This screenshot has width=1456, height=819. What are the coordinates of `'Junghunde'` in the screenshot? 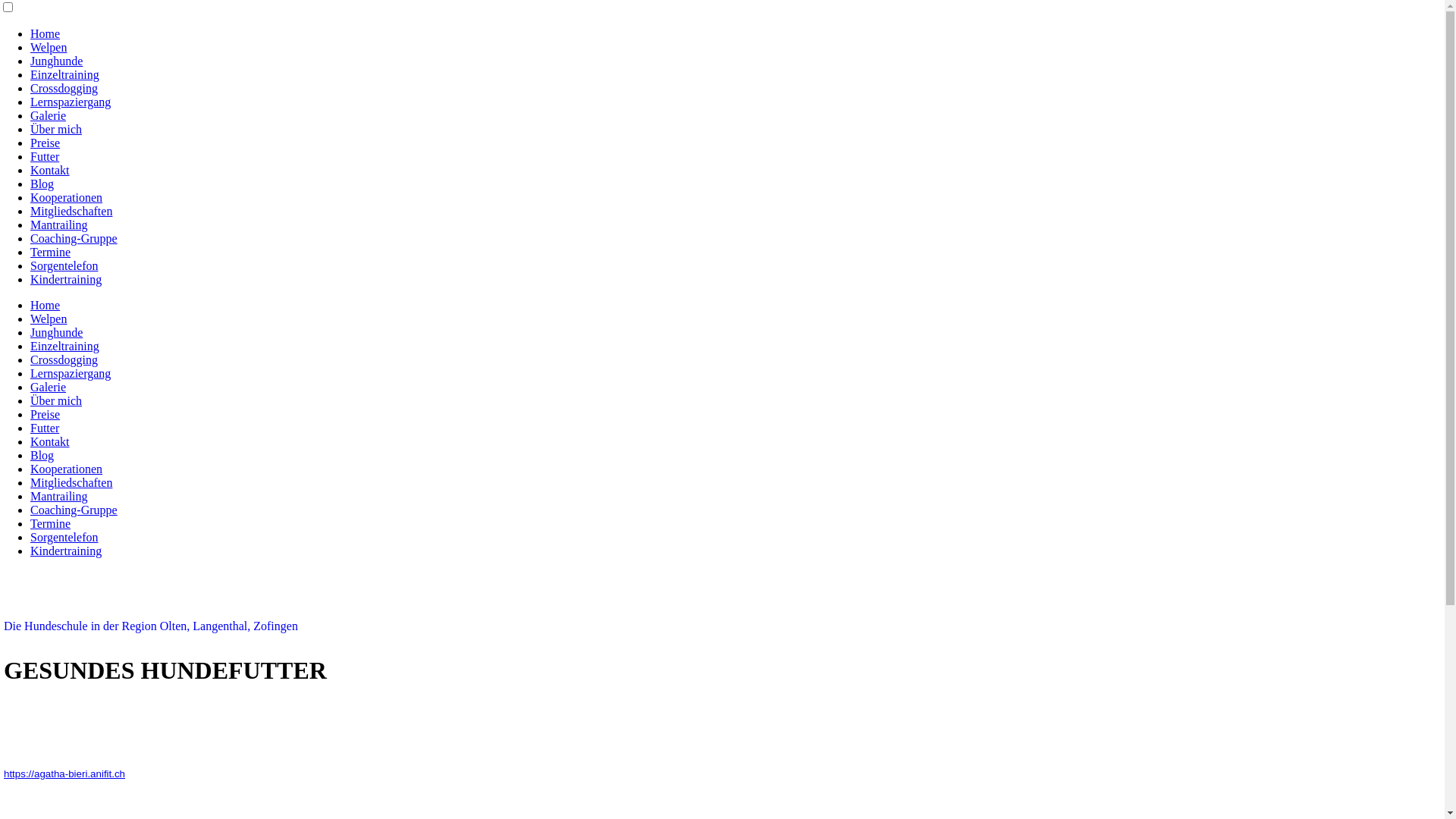 It's located at (56, 60).